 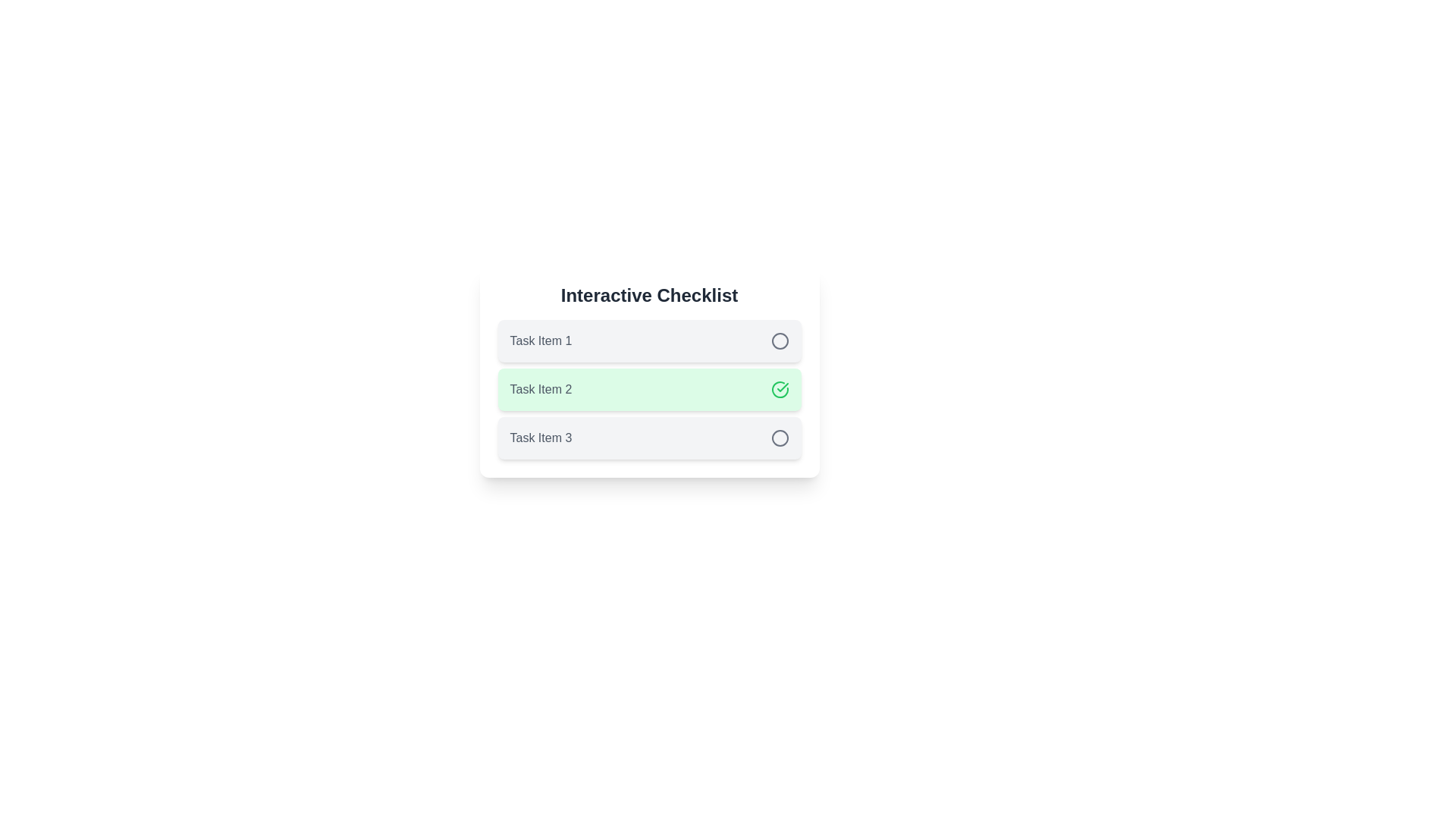 I want to click on the interactive element associated with task item Task Item 3 to view its content, so click(x=780, y=438).